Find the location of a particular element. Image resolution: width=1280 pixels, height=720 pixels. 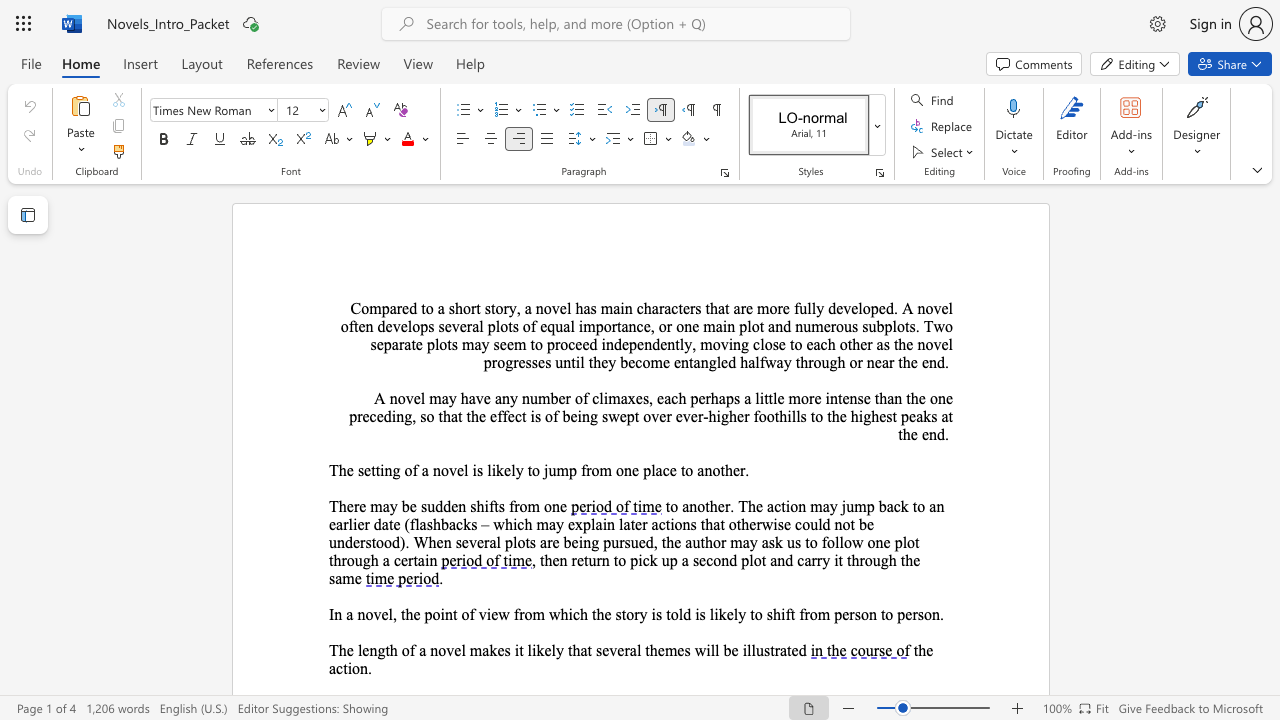

the subset text "eral plots are being pursued, the author may ask u" within the text "to another. The action may jump back to an earlier date (flashbacks – which may explain later actions that otherwise could not be understood). When several plots are being pursued, the author may ask us to follow one plot through a certain" is located at coordinates (475, 542).